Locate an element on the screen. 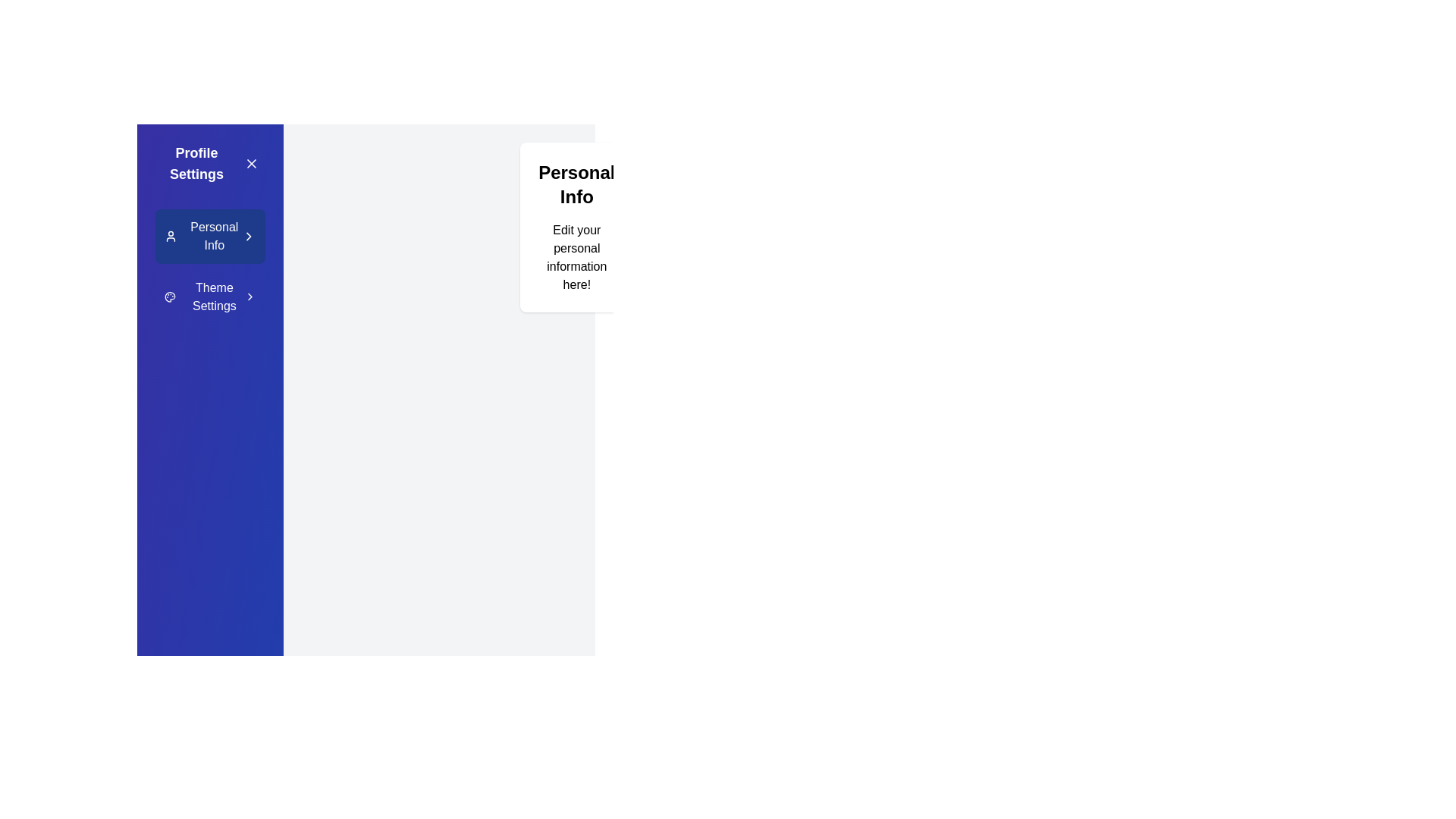 The image size is (1456, 819). the personal information settings icon located on the left sidebar, preceding the text 'Personal Info' is located at coordinates (171, 237).